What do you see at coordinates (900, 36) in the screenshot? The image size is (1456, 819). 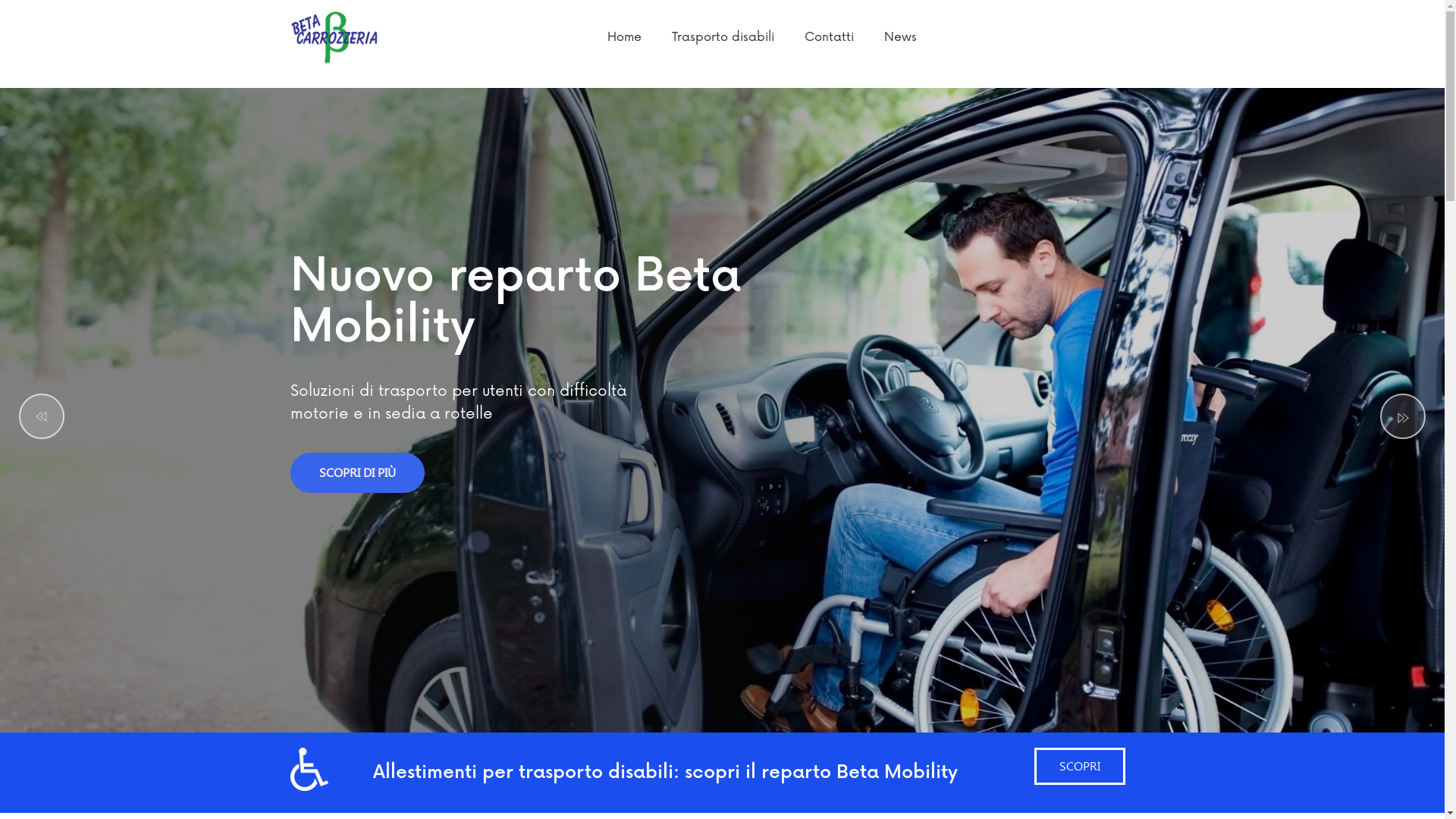 I see `'News'` at bounding box center [900, 36].